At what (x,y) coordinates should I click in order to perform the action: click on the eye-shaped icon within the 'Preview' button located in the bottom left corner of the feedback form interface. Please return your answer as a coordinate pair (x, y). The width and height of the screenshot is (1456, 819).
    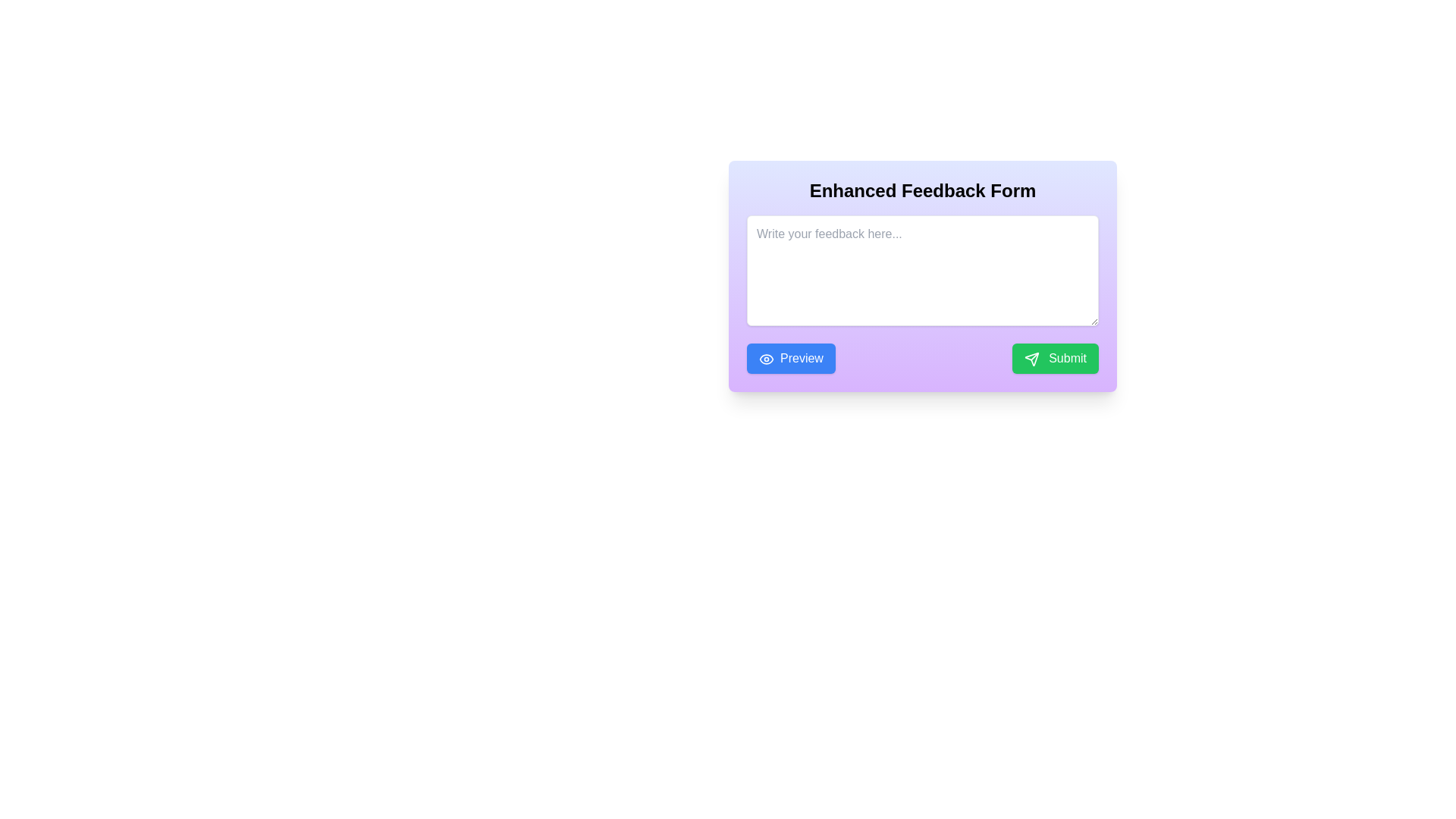
    Looking at the image, I should click on (767, 359).